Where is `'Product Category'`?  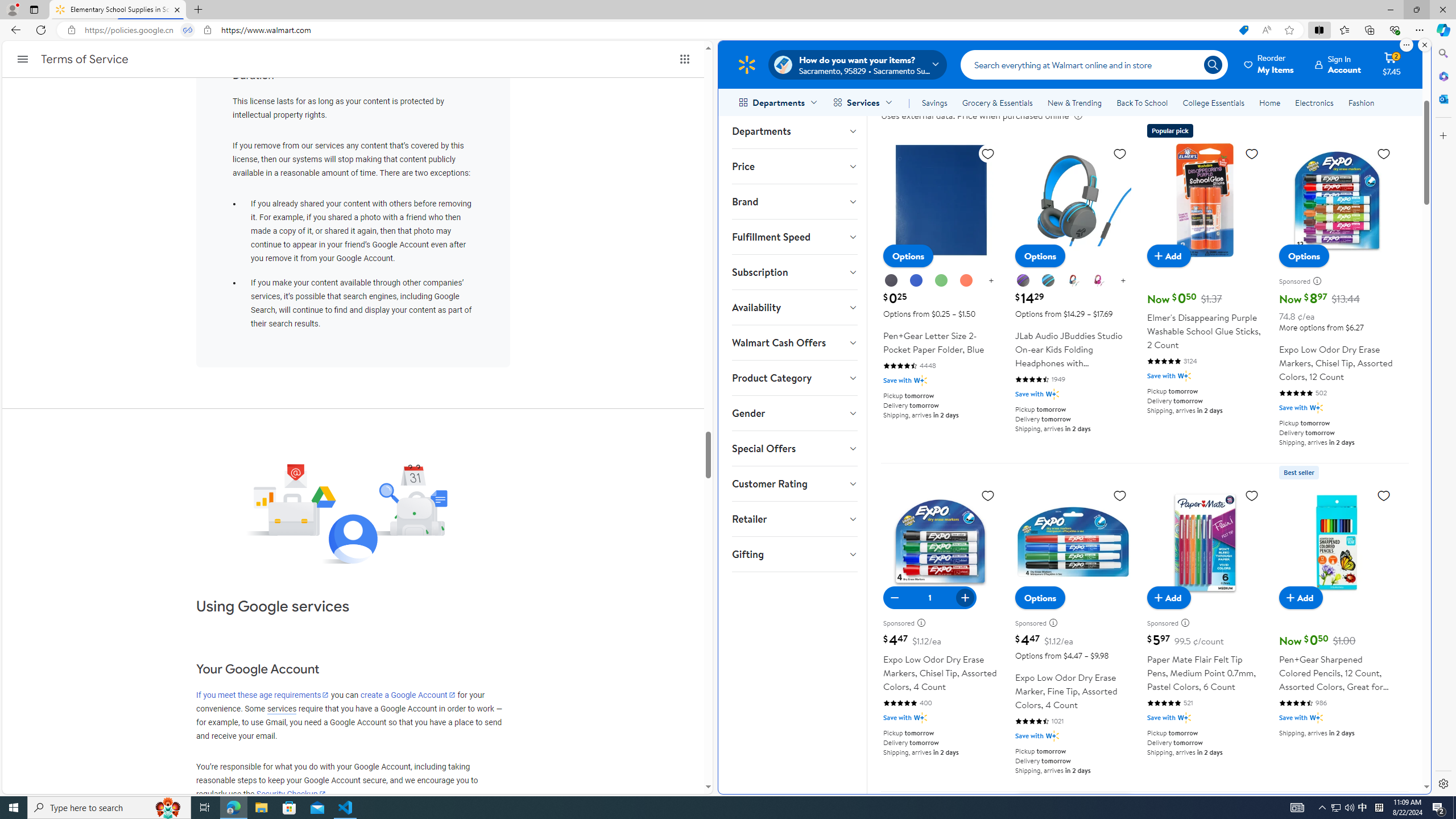
'Product Category' is located at coordinates (793, 377).